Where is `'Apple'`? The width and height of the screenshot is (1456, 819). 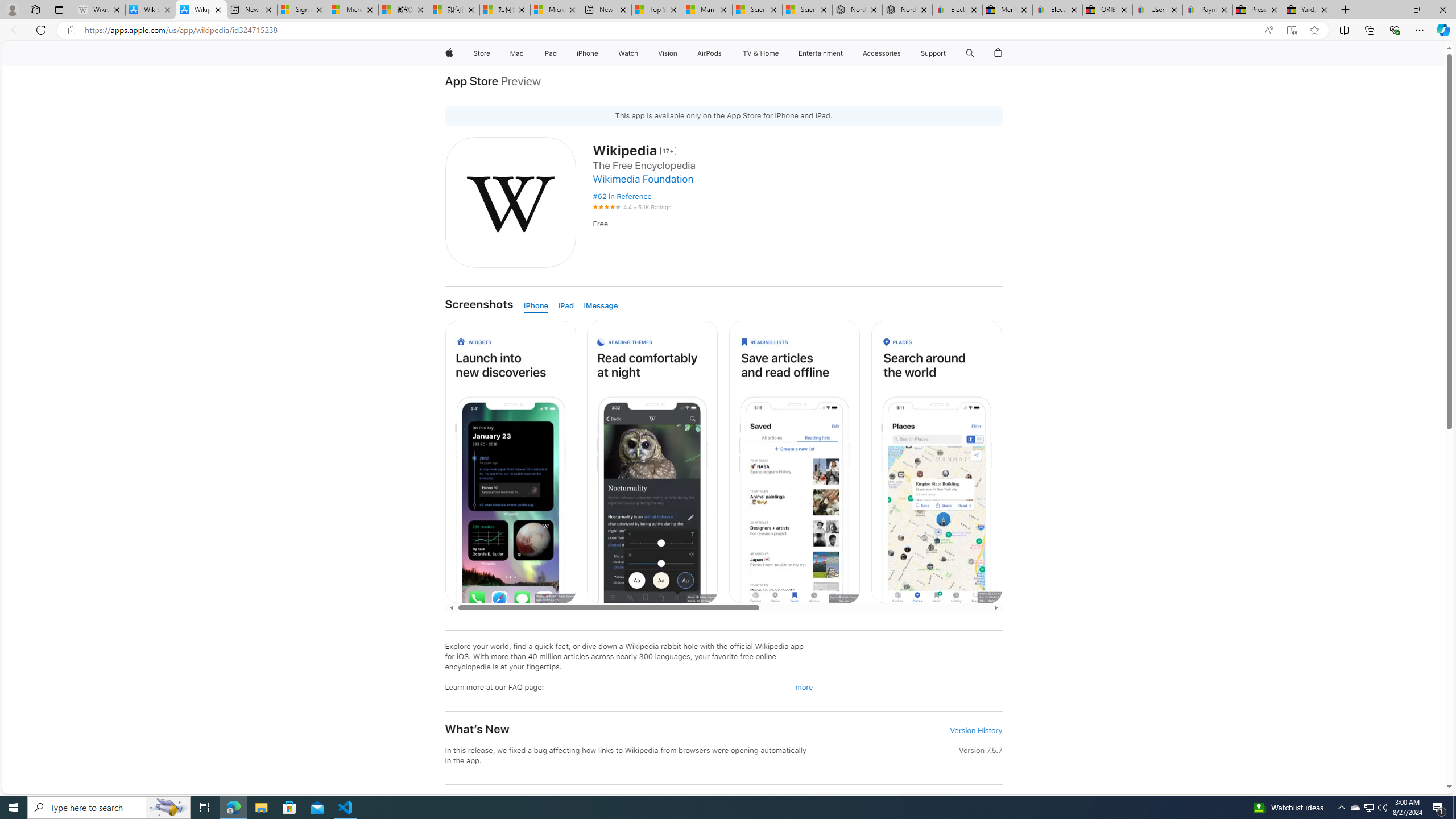
'Apple' is located at coordinates (448, 53).